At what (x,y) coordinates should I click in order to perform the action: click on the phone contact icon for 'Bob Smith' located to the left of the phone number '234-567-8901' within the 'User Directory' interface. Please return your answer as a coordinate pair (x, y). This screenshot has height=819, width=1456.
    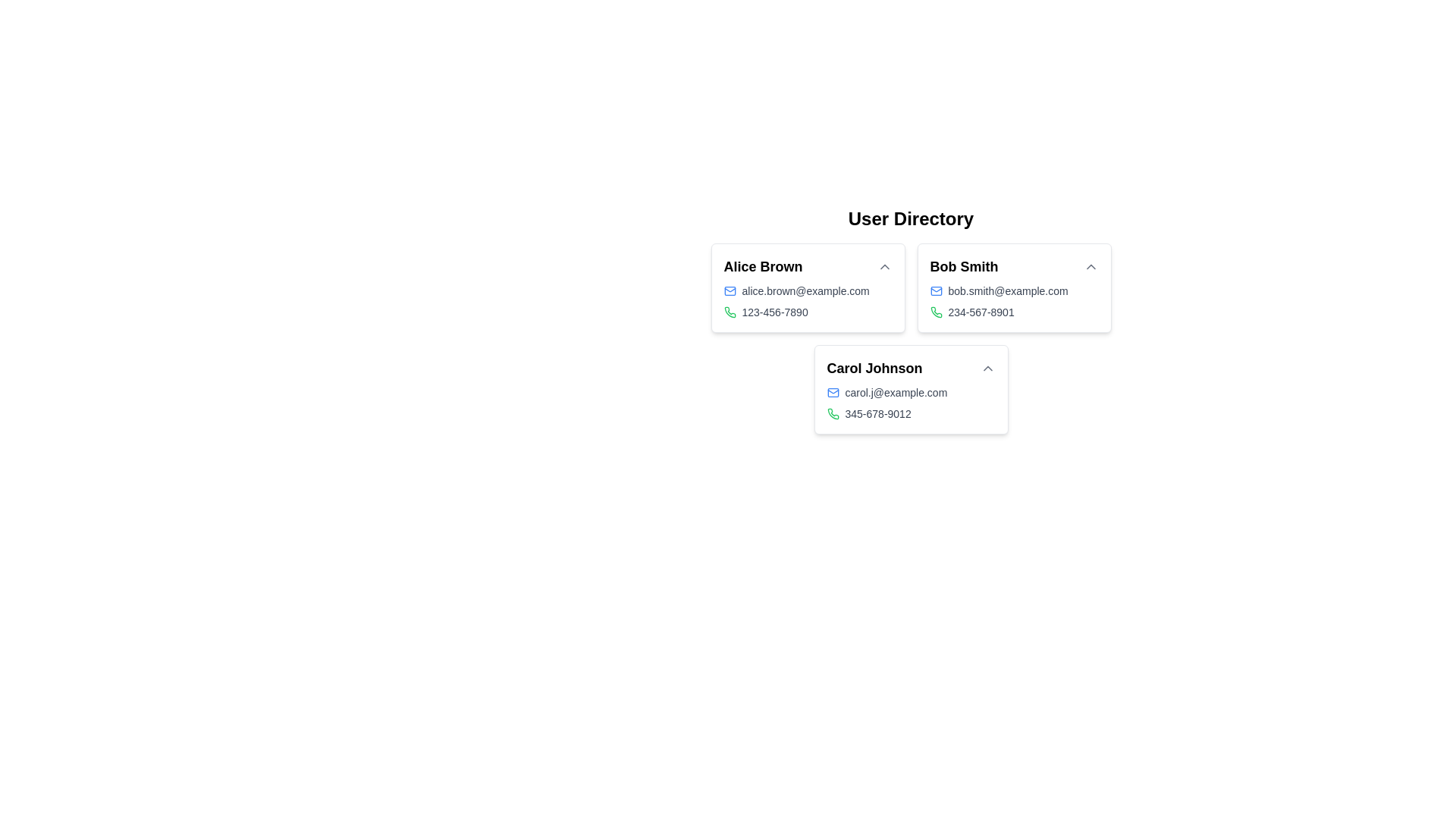
    Looking at the image, I should click on (935, 312).